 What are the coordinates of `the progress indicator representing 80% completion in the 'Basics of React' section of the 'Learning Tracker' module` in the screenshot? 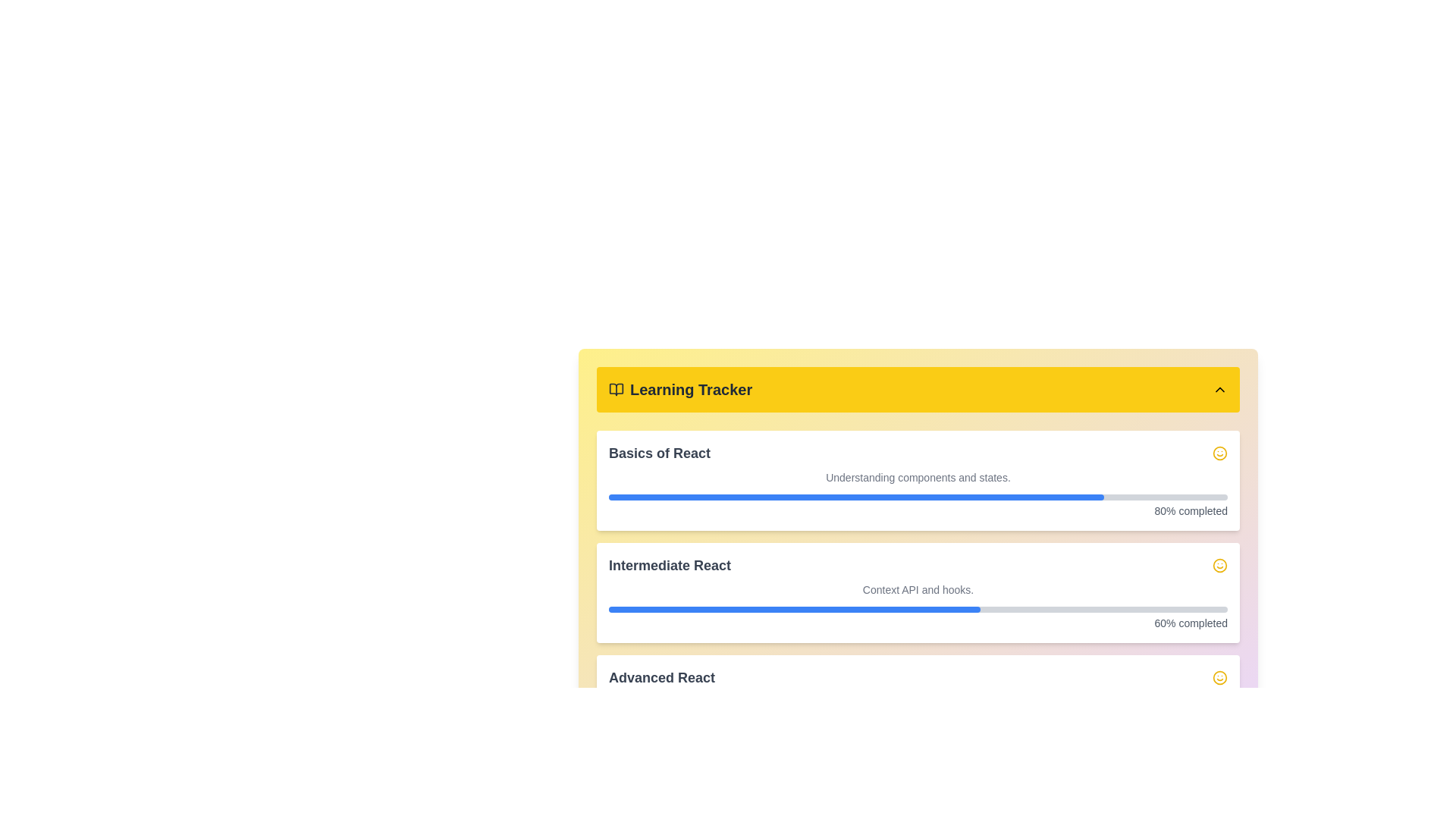 It's located at (856, 497).